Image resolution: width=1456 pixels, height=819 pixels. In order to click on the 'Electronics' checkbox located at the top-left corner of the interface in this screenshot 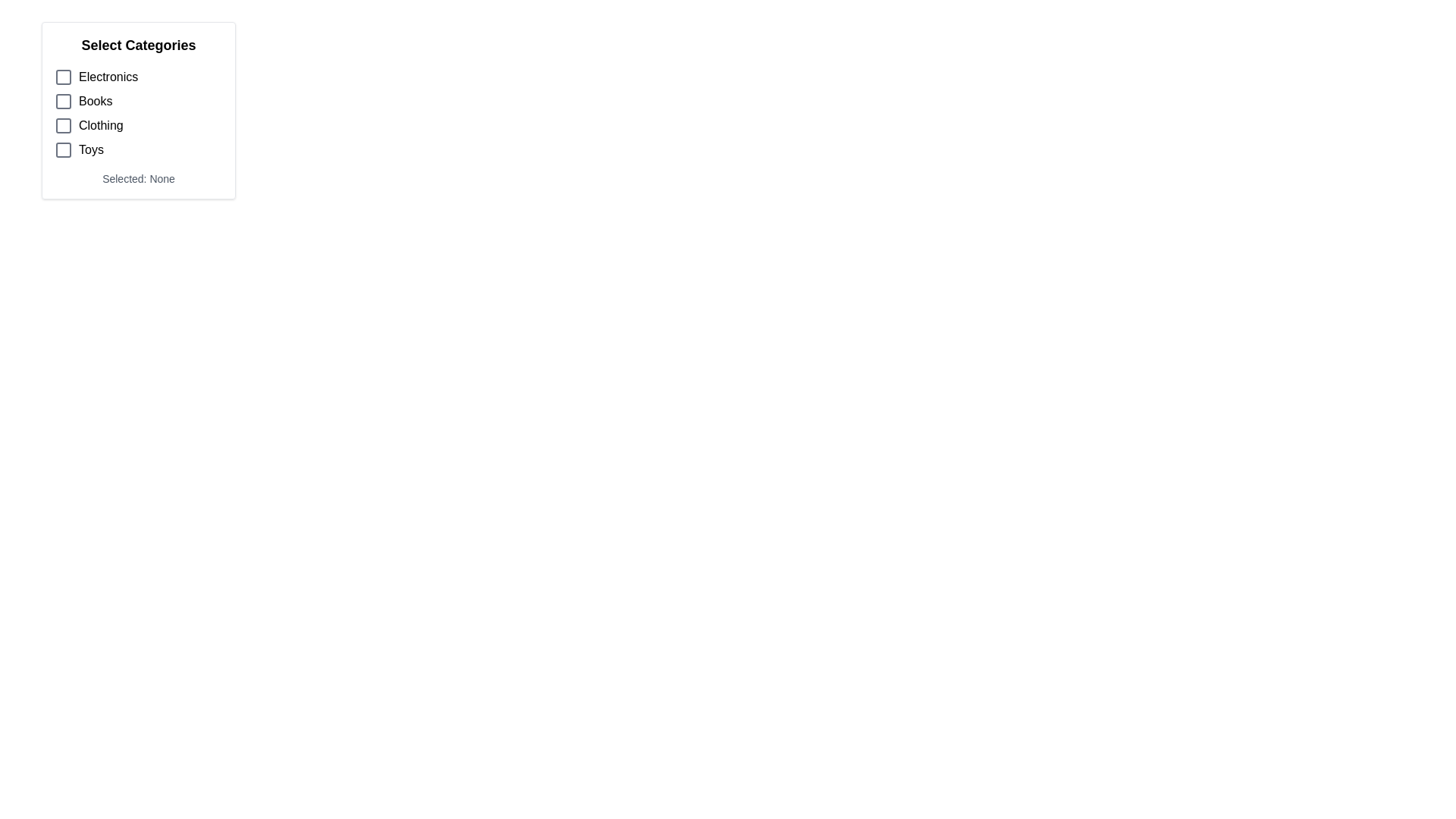, I will do `click(138, 77)`.